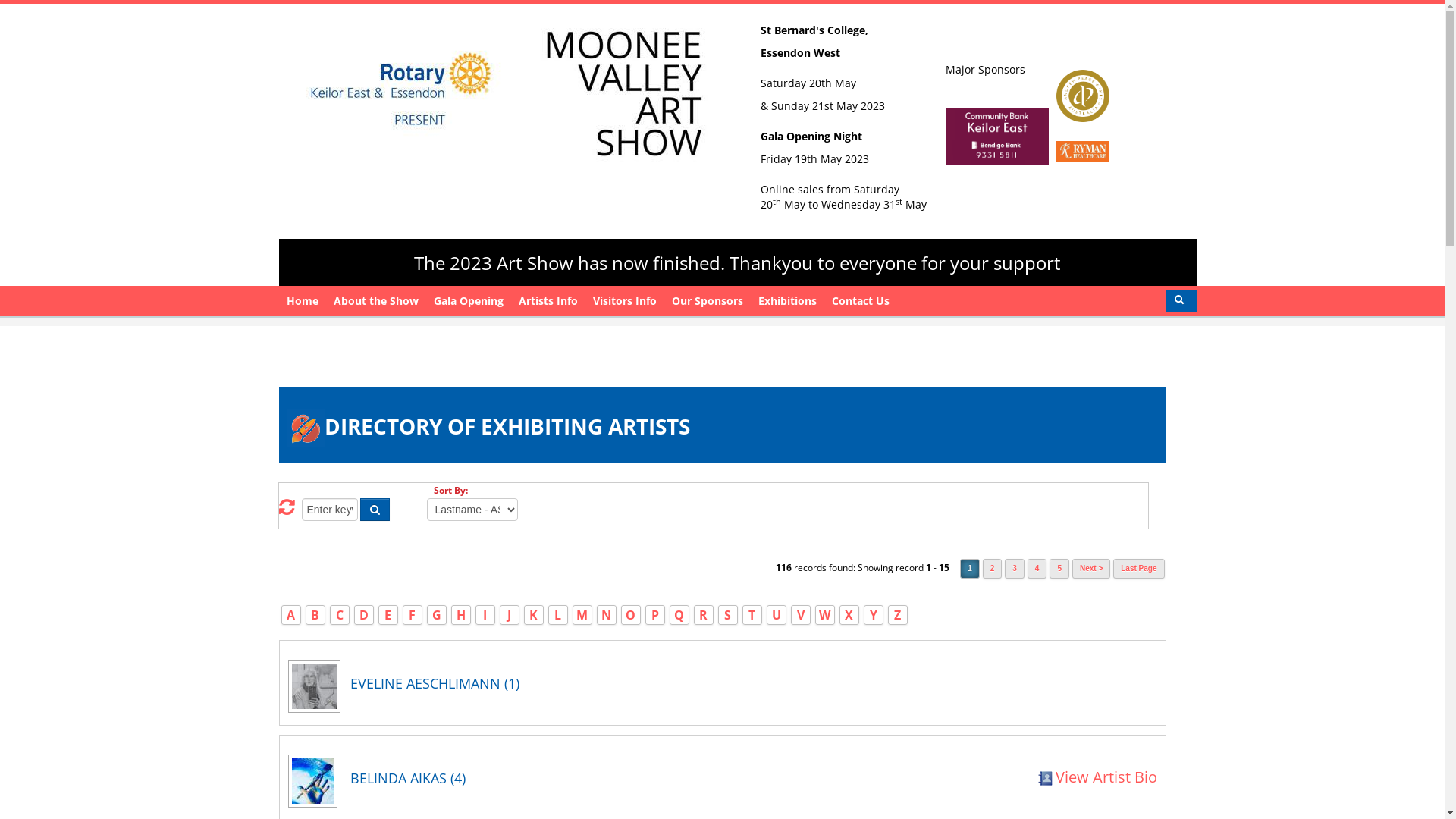 Image resolution: width=1456 pixels, height=819 pixels. Describe the element at coordinates (287, 614) in the screenshot. I see `'A'` at that location.